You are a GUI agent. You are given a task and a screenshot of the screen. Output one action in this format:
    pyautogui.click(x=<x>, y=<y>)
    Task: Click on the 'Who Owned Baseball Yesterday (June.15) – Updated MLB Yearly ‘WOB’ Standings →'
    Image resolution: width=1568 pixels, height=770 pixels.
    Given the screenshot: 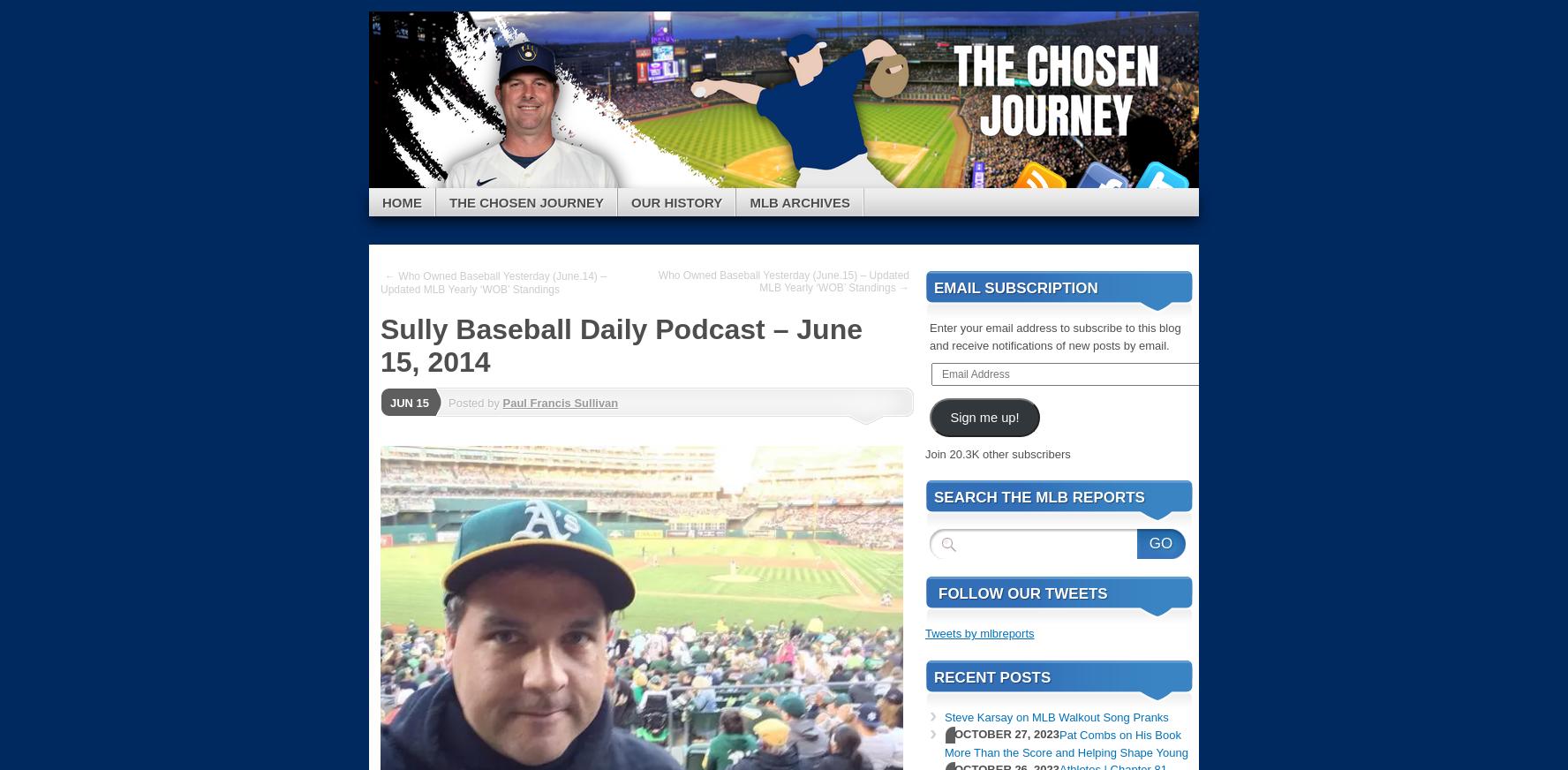 What is the action you would take?
    pyautogui.click(x=657, y=280)
    